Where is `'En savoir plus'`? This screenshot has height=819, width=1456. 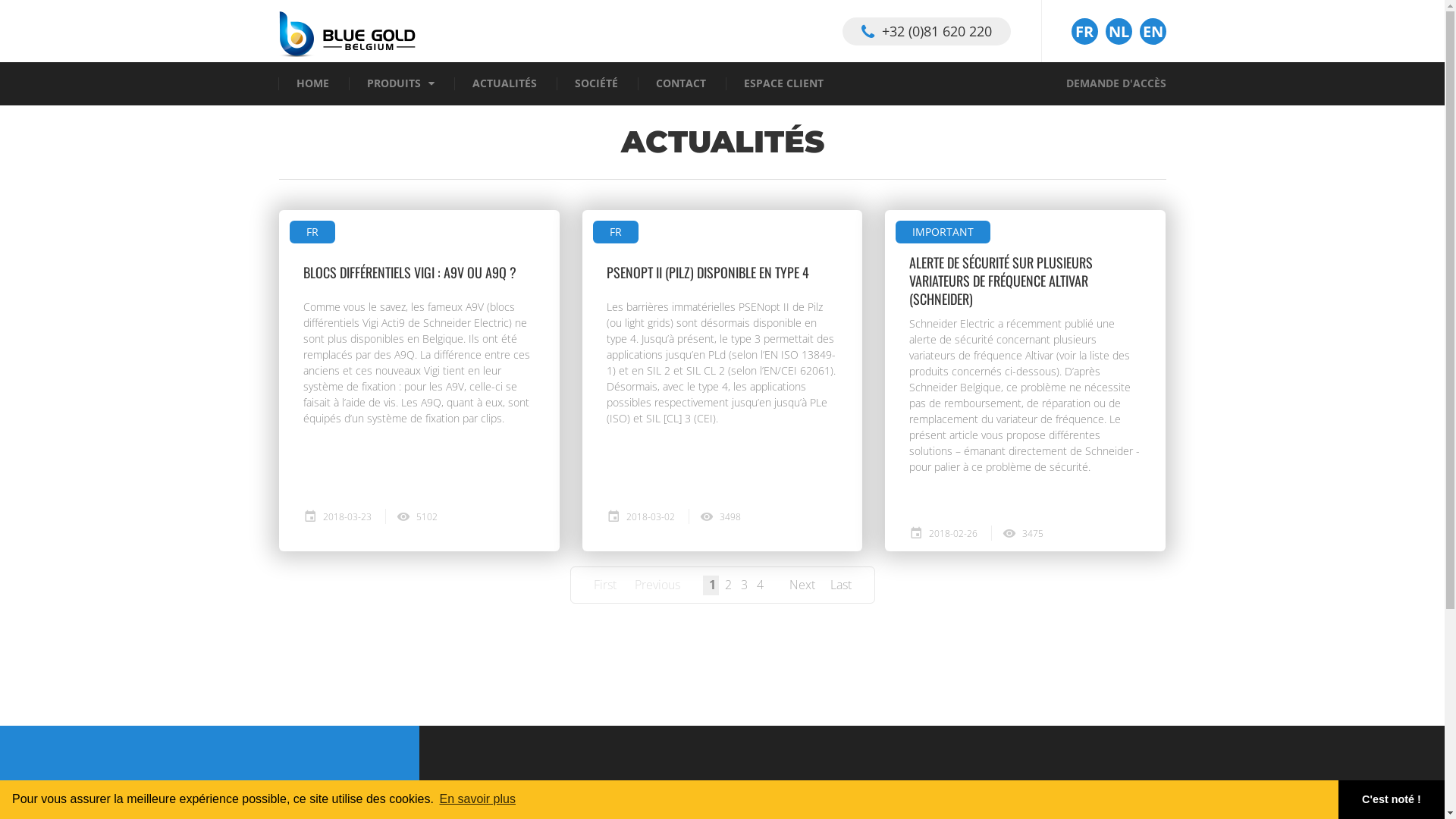
'En savoir plus' is located at coordinates (476, 798).